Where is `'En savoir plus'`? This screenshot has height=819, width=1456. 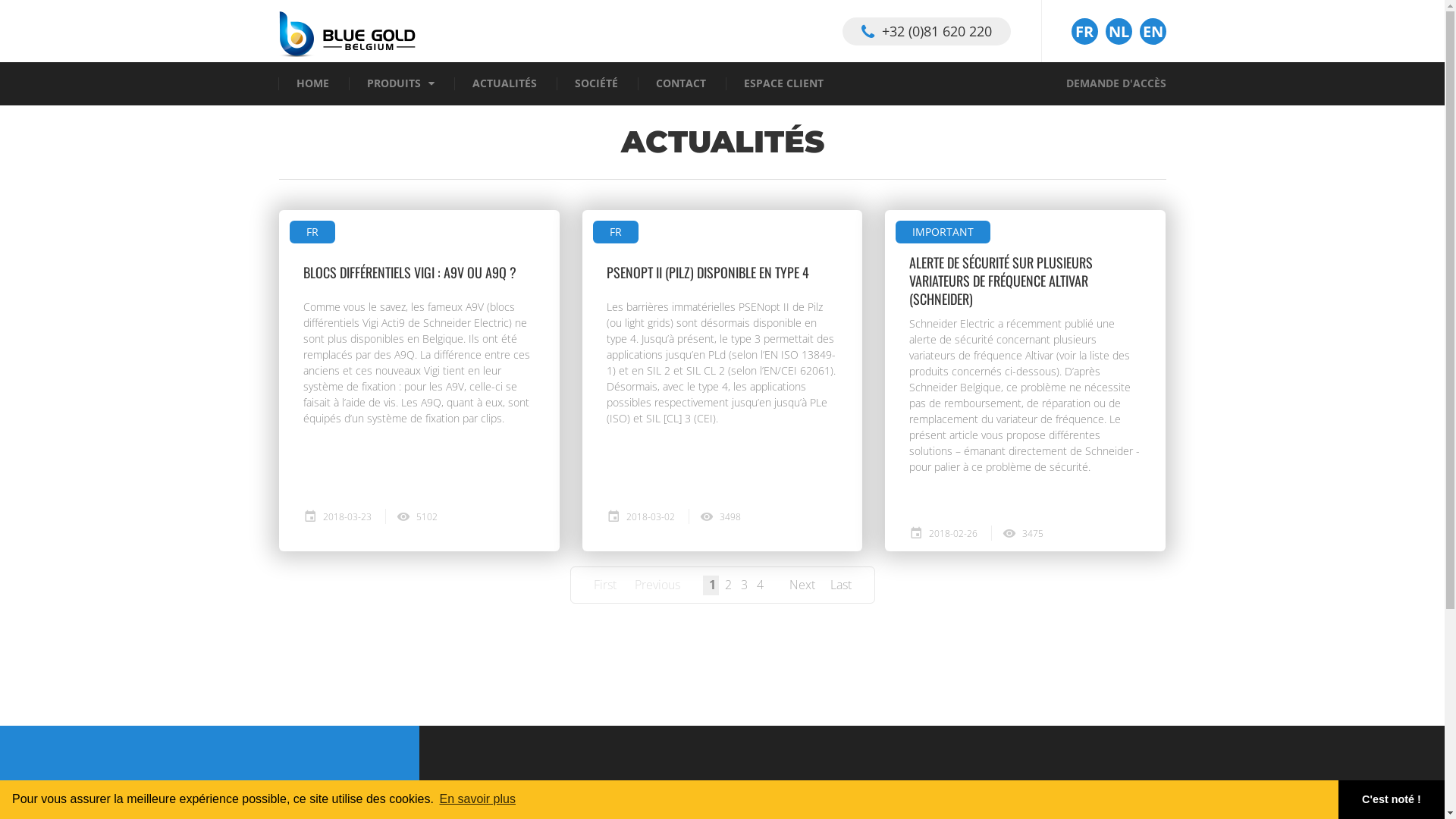
'En savoir plus' is located at coordinates (476, 798).